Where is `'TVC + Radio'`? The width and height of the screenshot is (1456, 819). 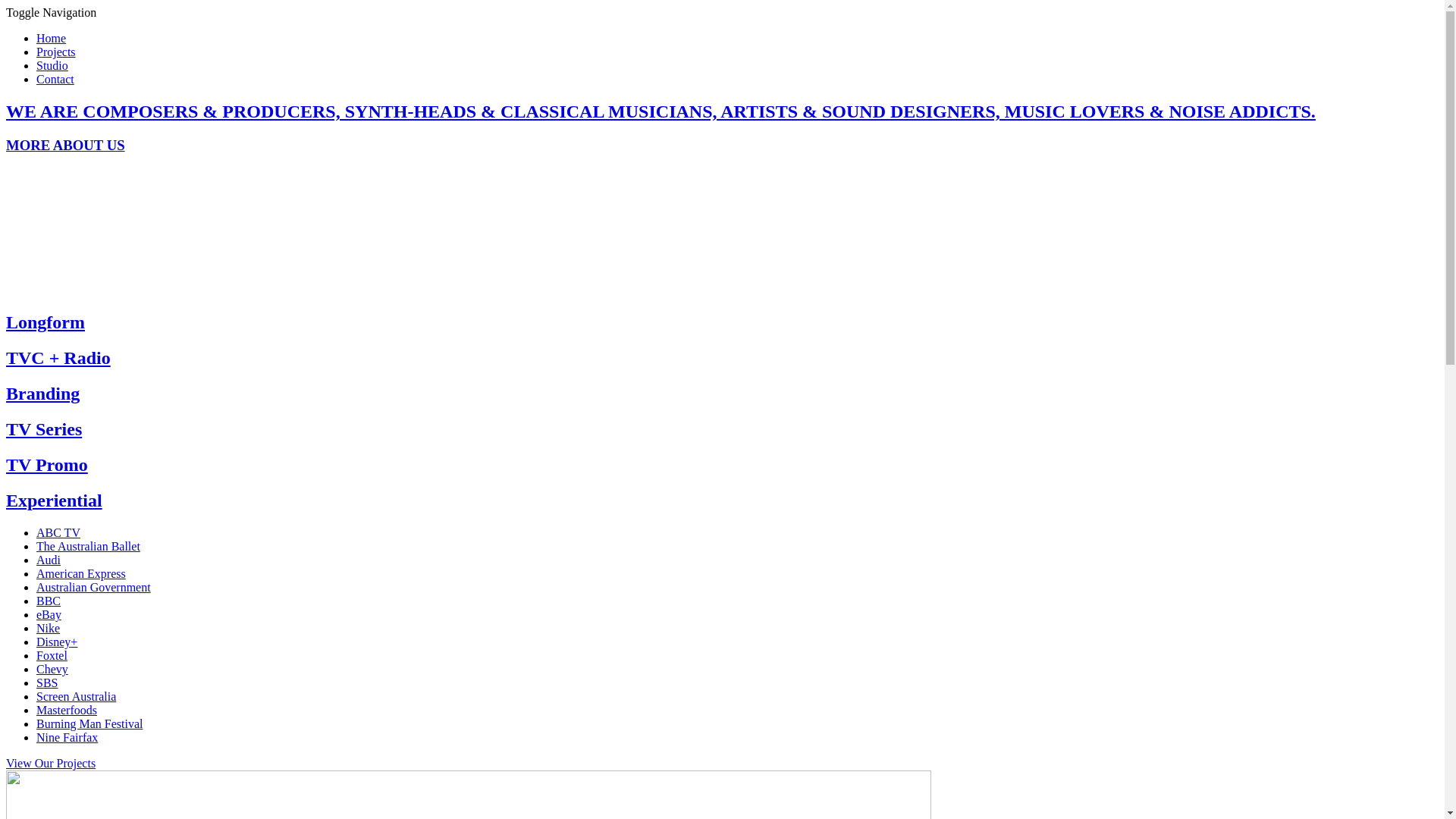 'TVC + Radio' is located at coordinates (58, 357).